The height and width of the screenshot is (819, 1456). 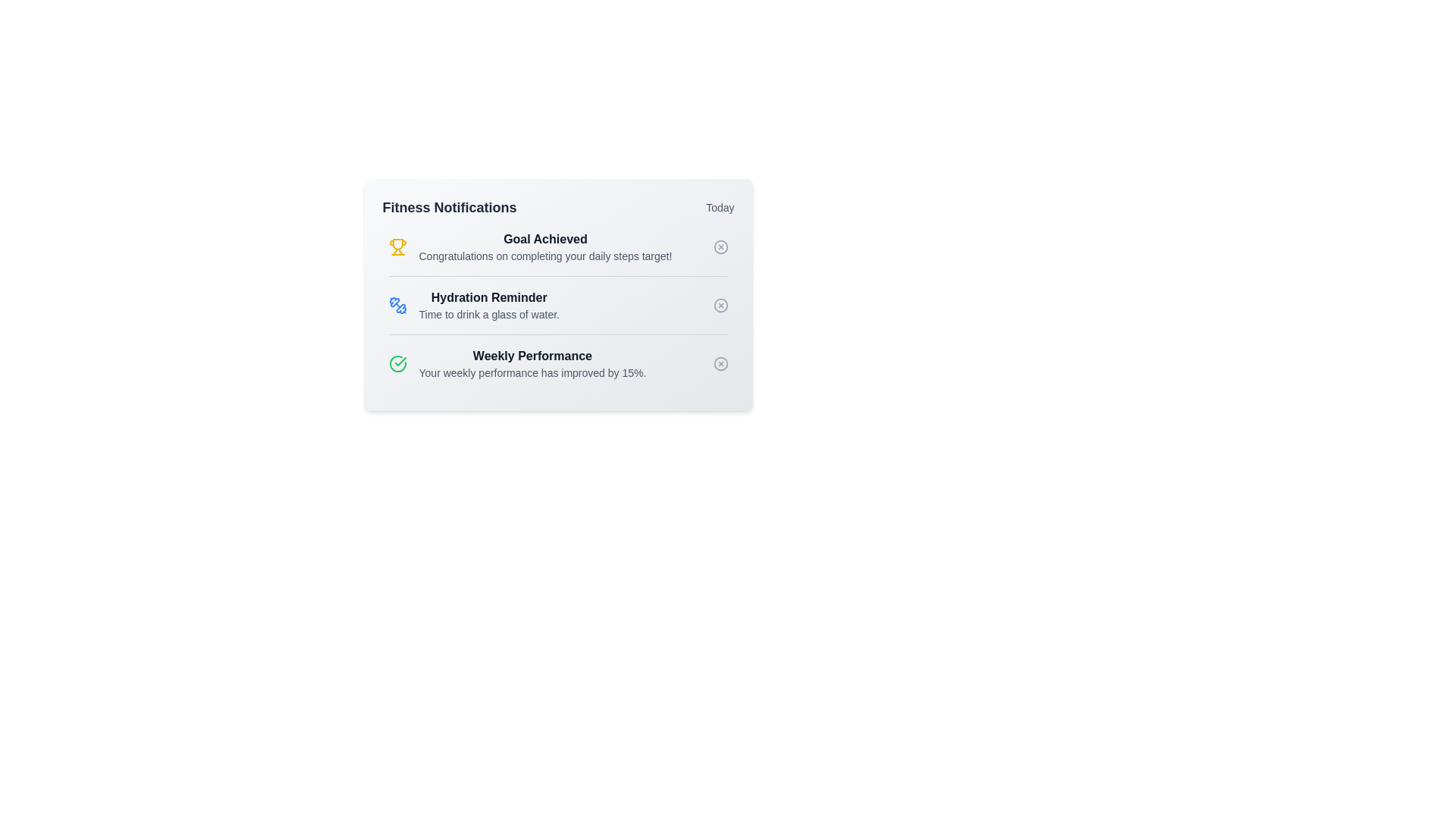 What do you see at coordinates (397, 305) in the screenshot?
I see `the small, blue dumbbell icon located to the left of the 'Hydration Reminder' list item in the notification card` at bounding box center [397, 305].